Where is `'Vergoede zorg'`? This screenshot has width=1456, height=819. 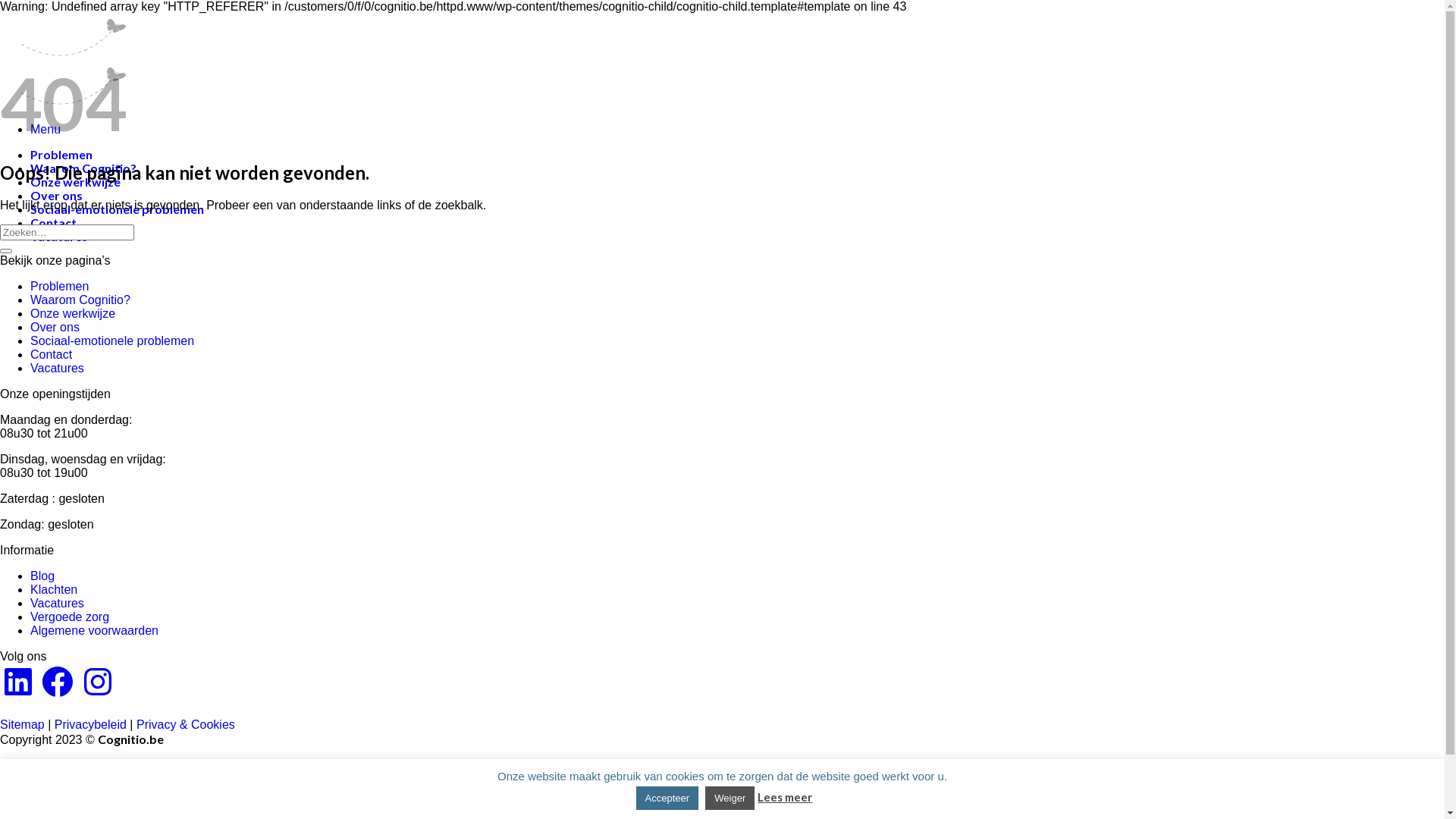 'Vergoede zorg' is located at coordinates (68, 617).